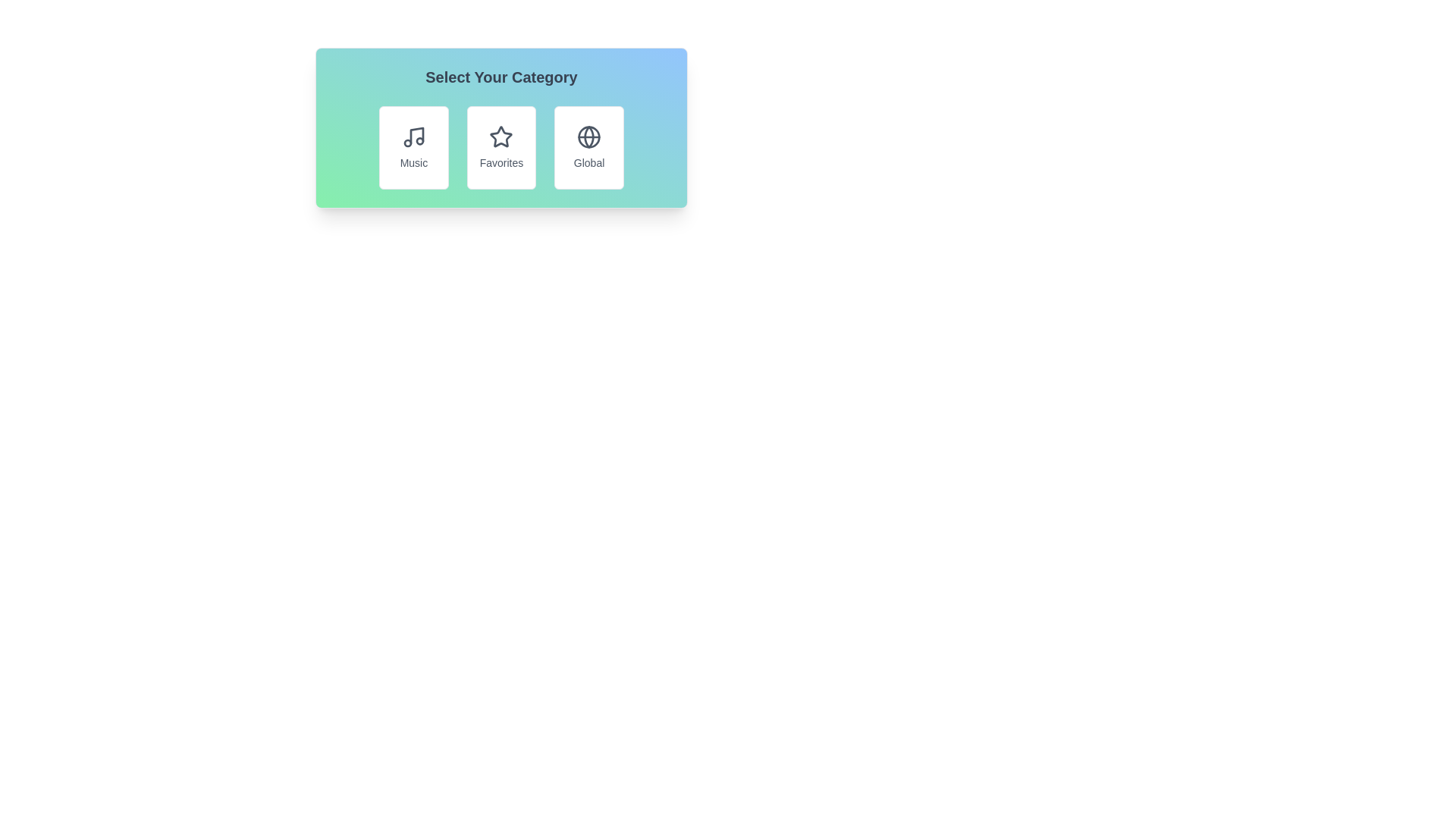 Image resolution: width=1456 pixels, height=819 pixels. Describe the element at coordinates (501, 127) in the screenshot. I see `the central area of the section component` at that location.